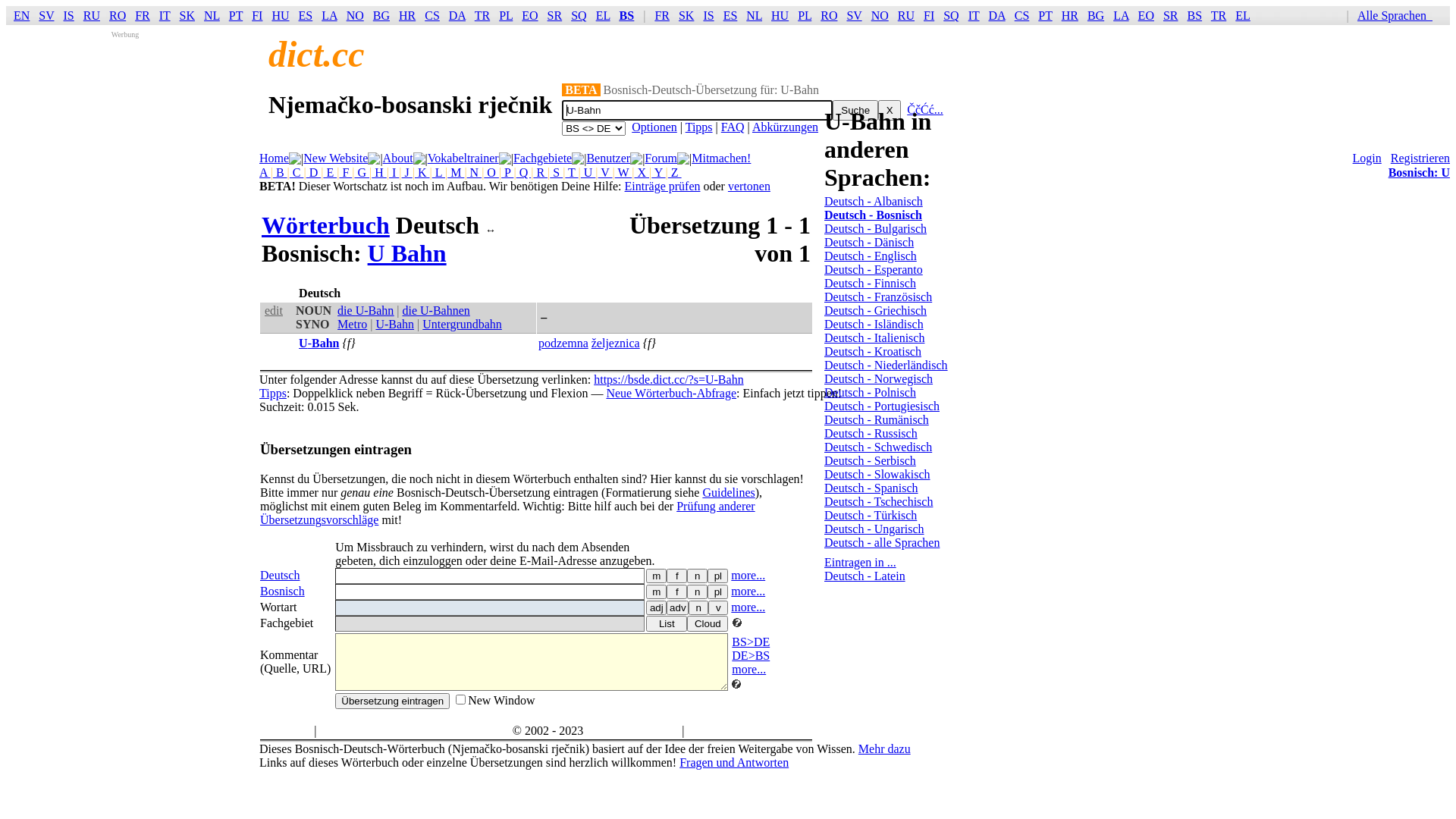 The image size is (1456, 819). I want to click on 'Vokabeltrainer', so click(427, 158).